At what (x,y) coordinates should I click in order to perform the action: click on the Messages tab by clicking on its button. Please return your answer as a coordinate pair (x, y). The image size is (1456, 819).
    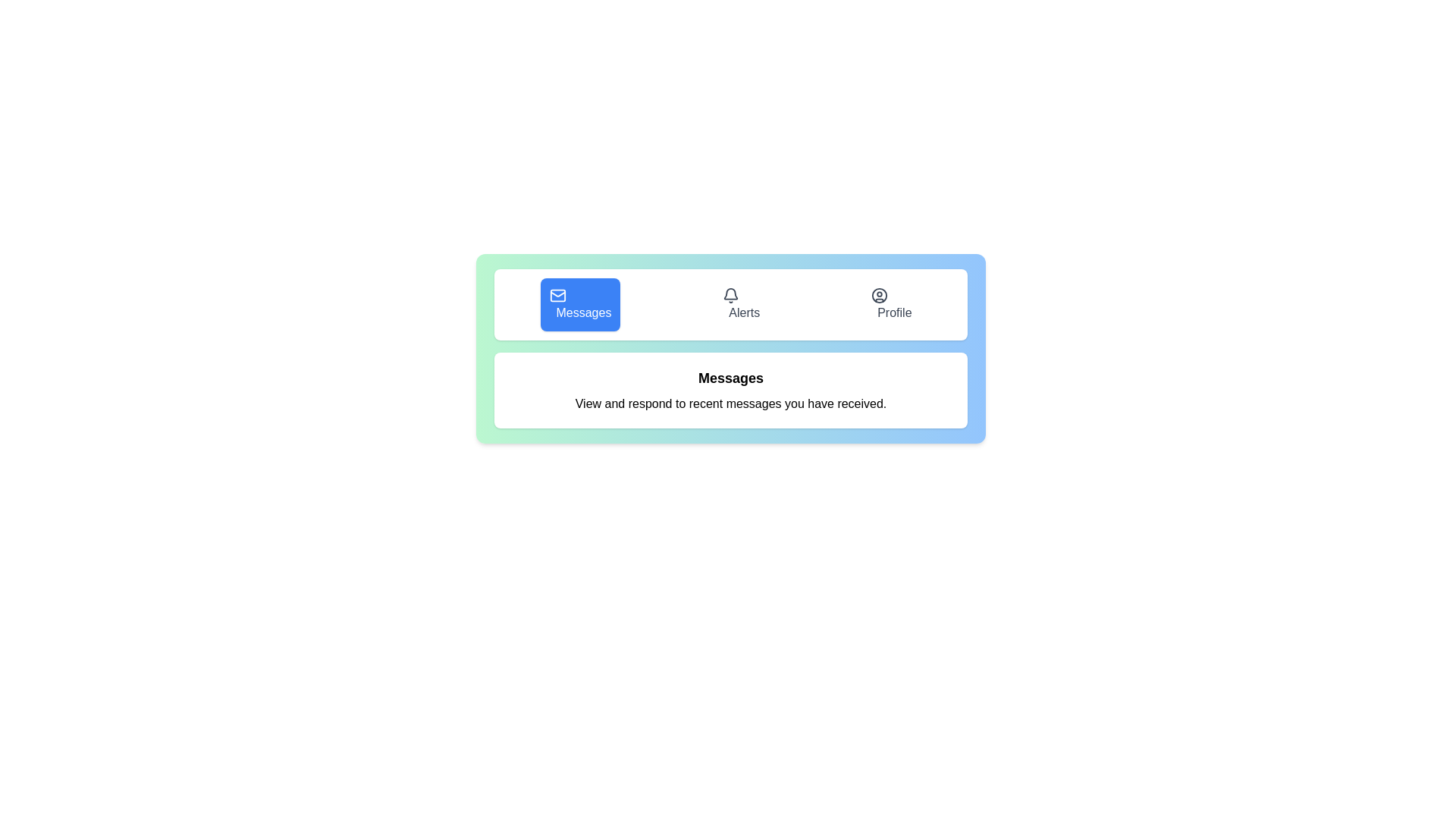
    Looking at the image, I should click on (579, 304).